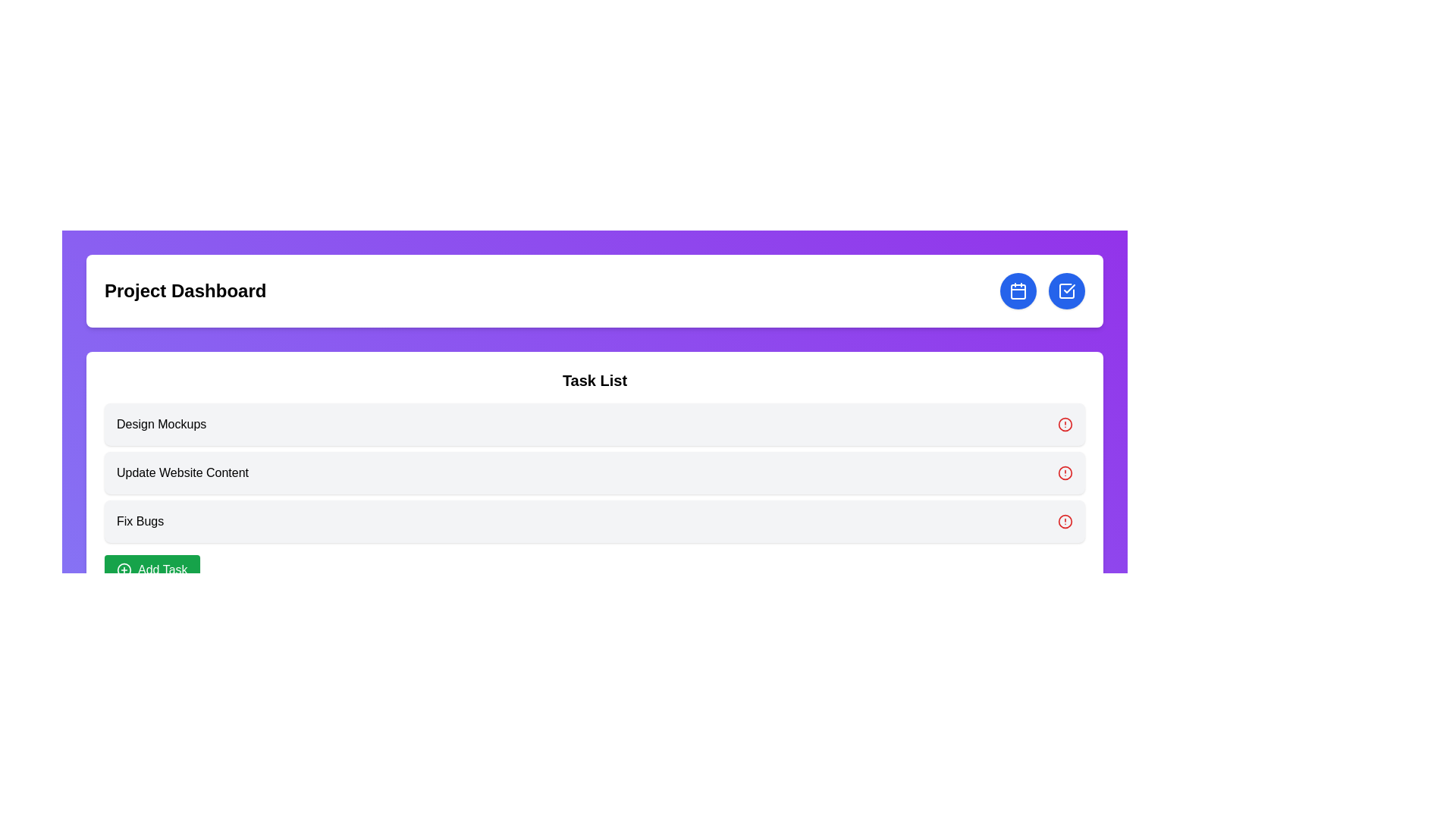 The width and height of the screenshot is (1456, 819). Describe the element at coordinates (594, 472) in the screenshot. I see `the second task item` at that location.